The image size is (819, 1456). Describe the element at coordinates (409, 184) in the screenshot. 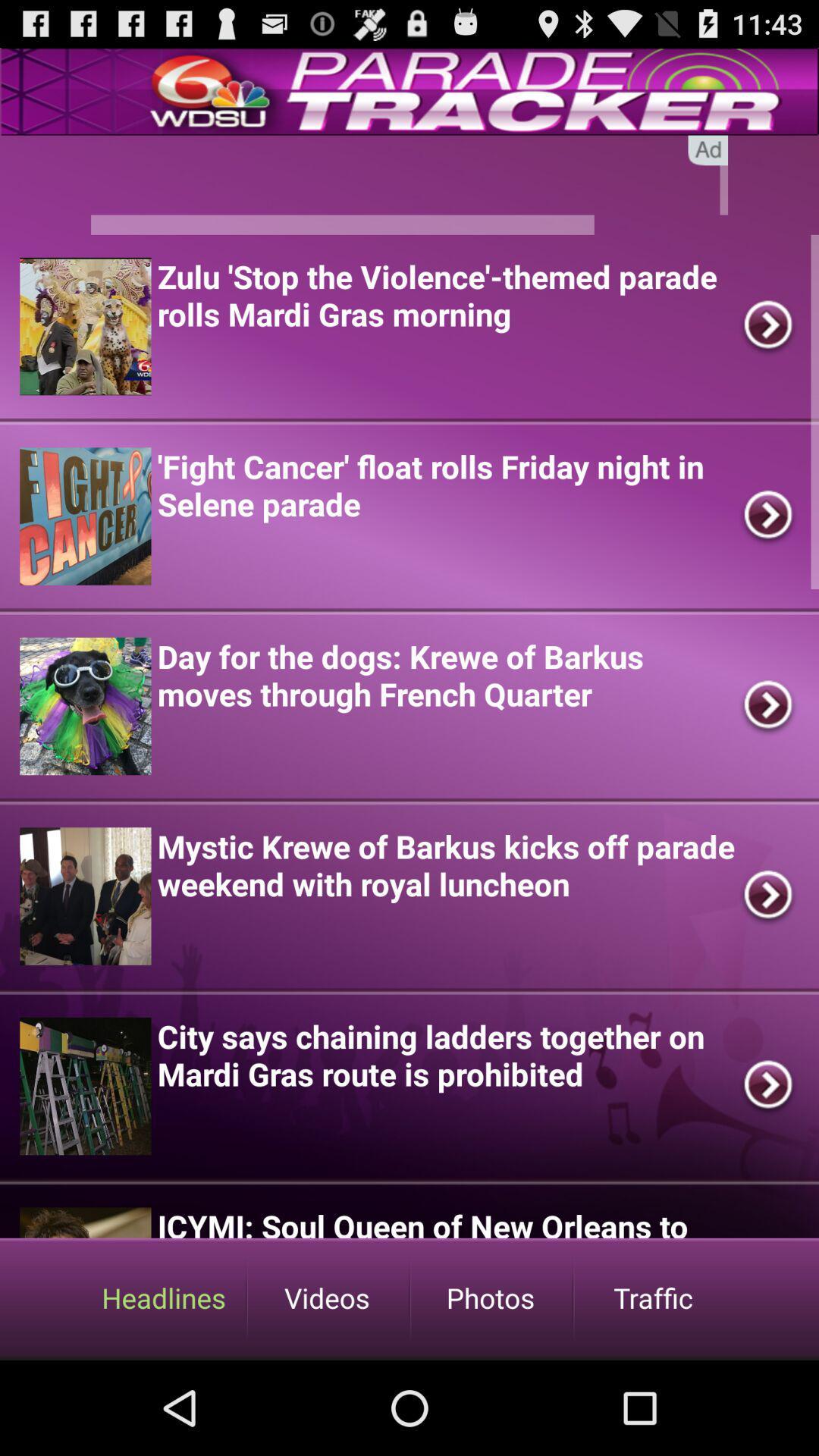

I see `advertisement link` at that location.